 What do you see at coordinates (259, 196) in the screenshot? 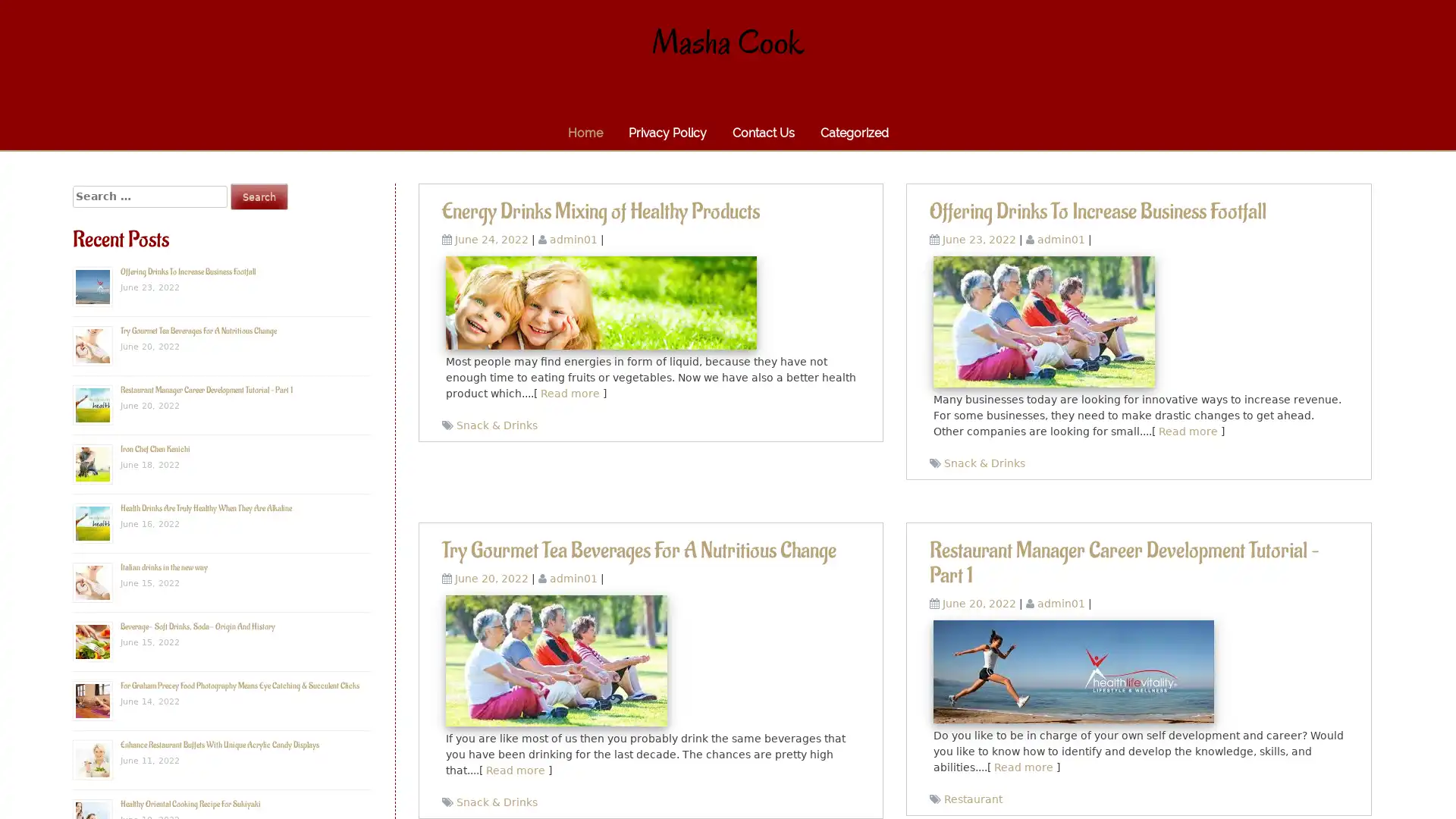
I see `Search` at bounding box center [259, 196].